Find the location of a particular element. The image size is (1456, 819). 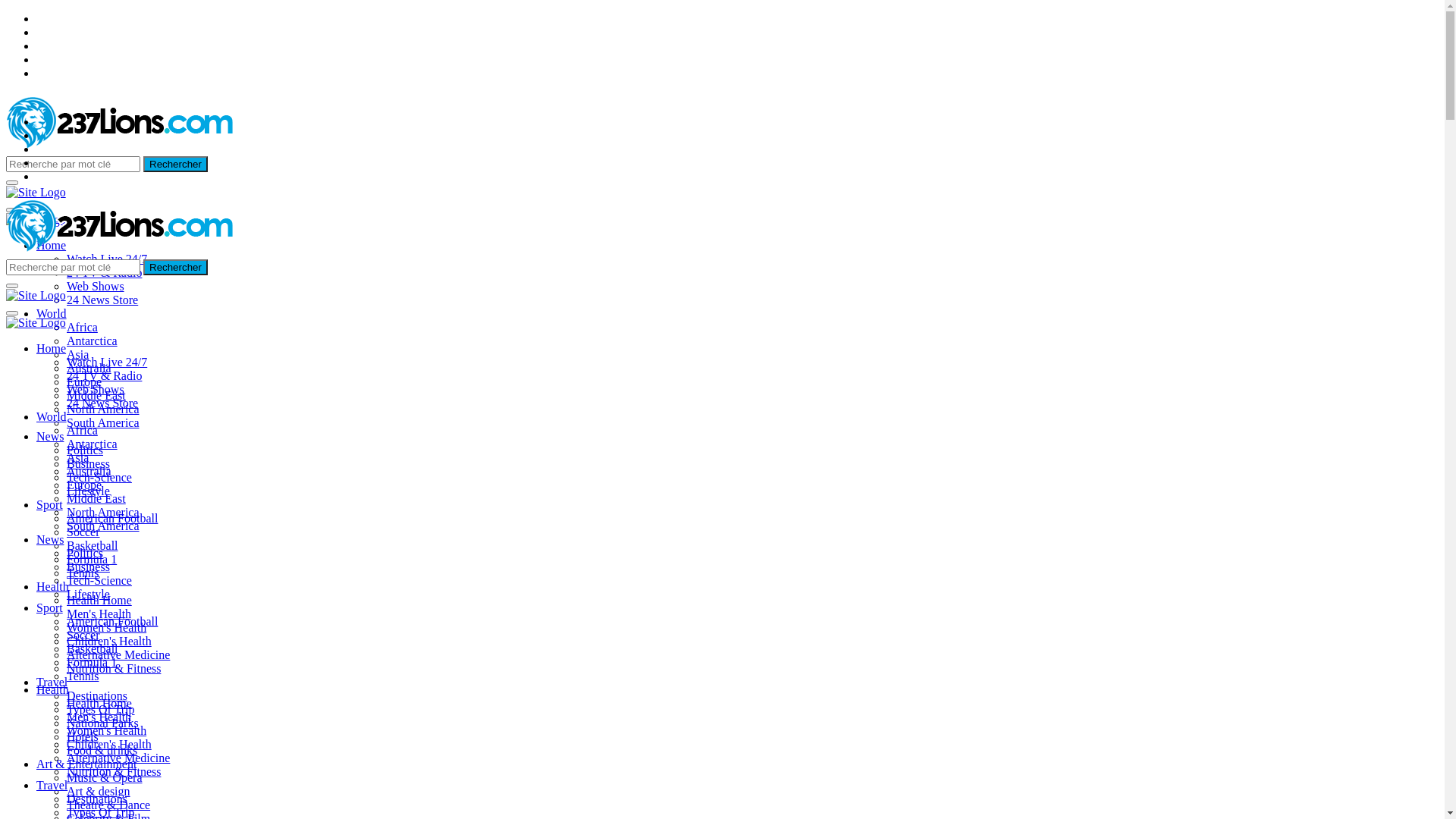

'Health Home' is located at coordinates (98, 599).